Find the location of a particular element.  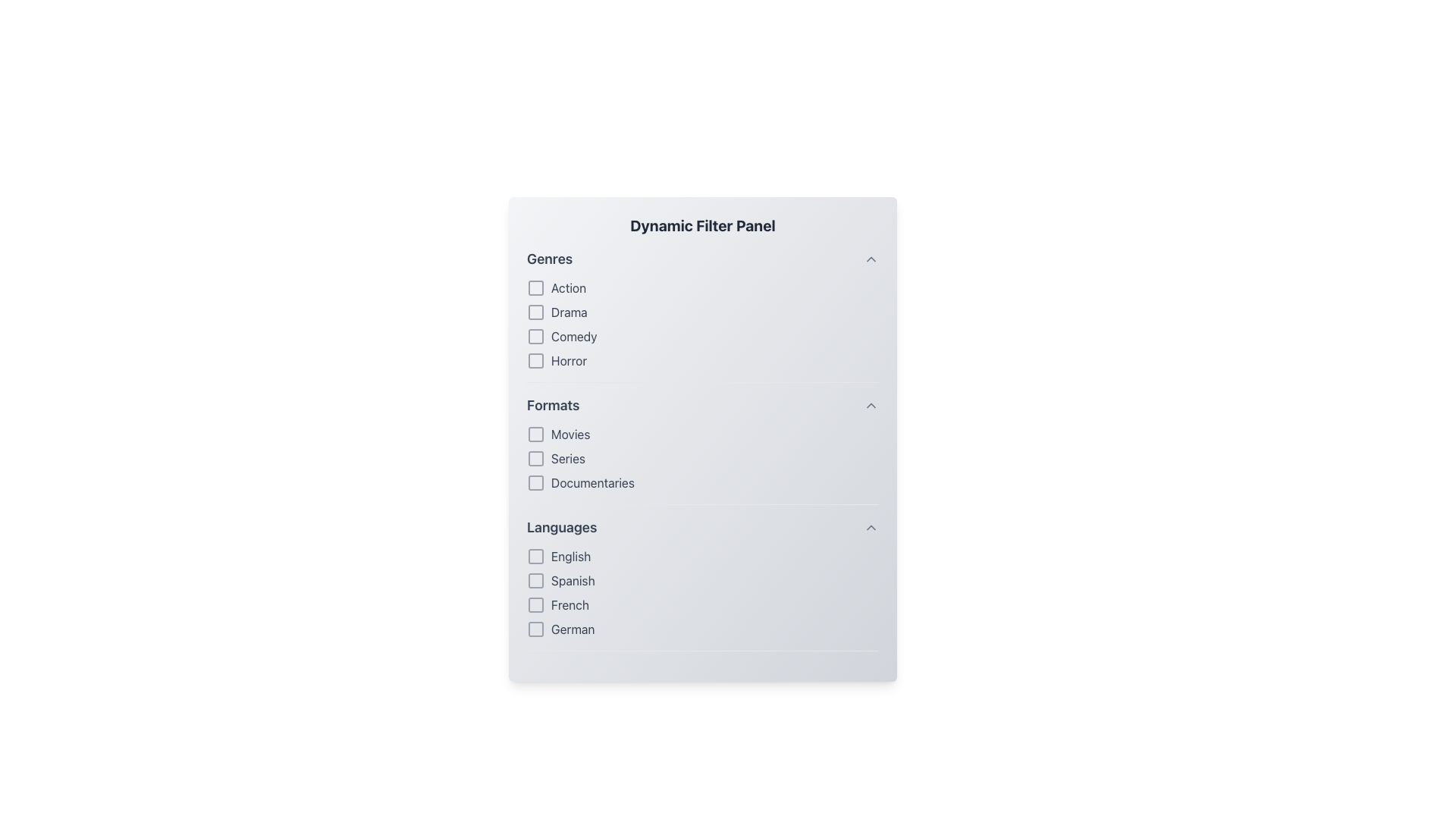

the 'Drama' text label, which is part of the 'Genres' section and displayed in dark gray sans-serif font, positioned to the right of the checkbox element is located at coordinates (568, 312).